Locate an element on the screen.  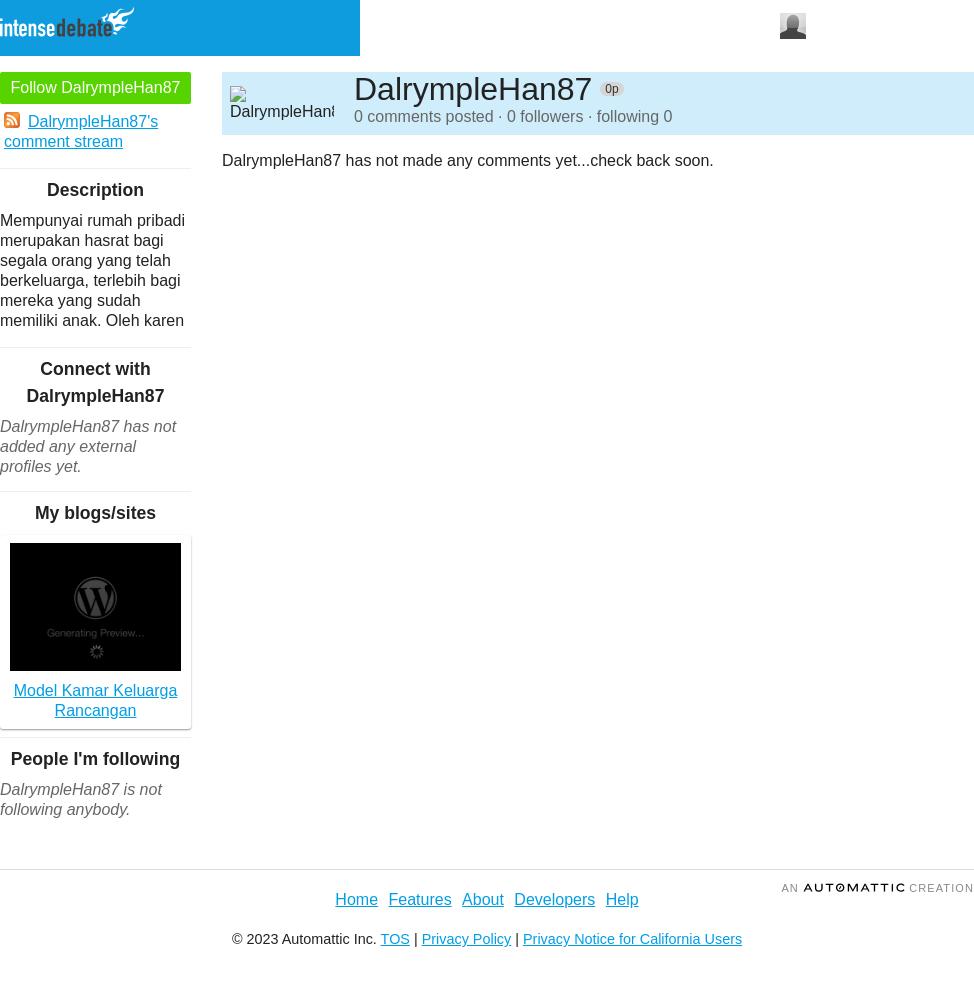
'Help' is located at coordinates (620, 898).